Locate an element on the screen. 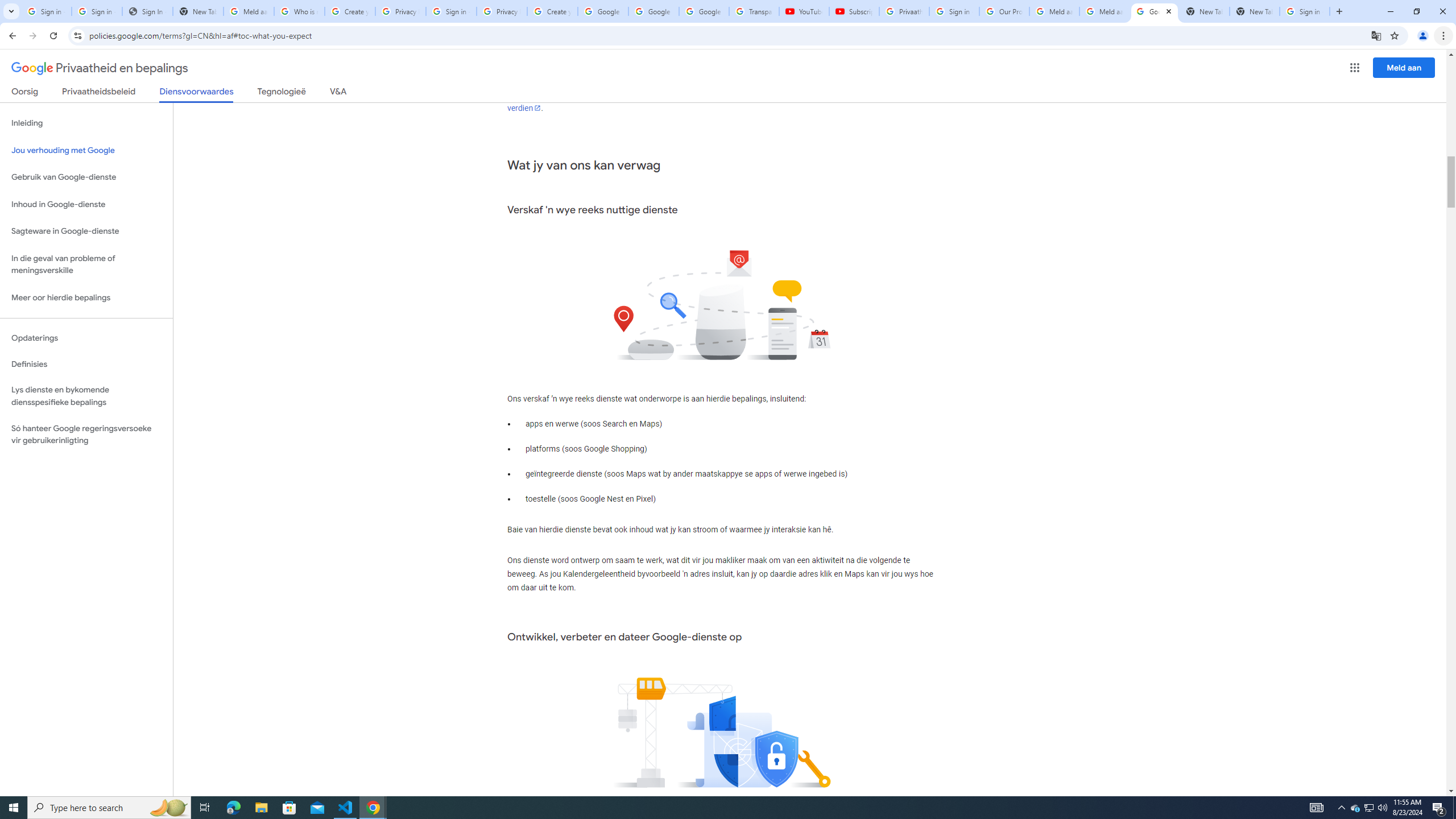 The height and width of the screenshot is (819, 1456). 'Inhoud in Google-dienste' is located at coordinates (86, 205).